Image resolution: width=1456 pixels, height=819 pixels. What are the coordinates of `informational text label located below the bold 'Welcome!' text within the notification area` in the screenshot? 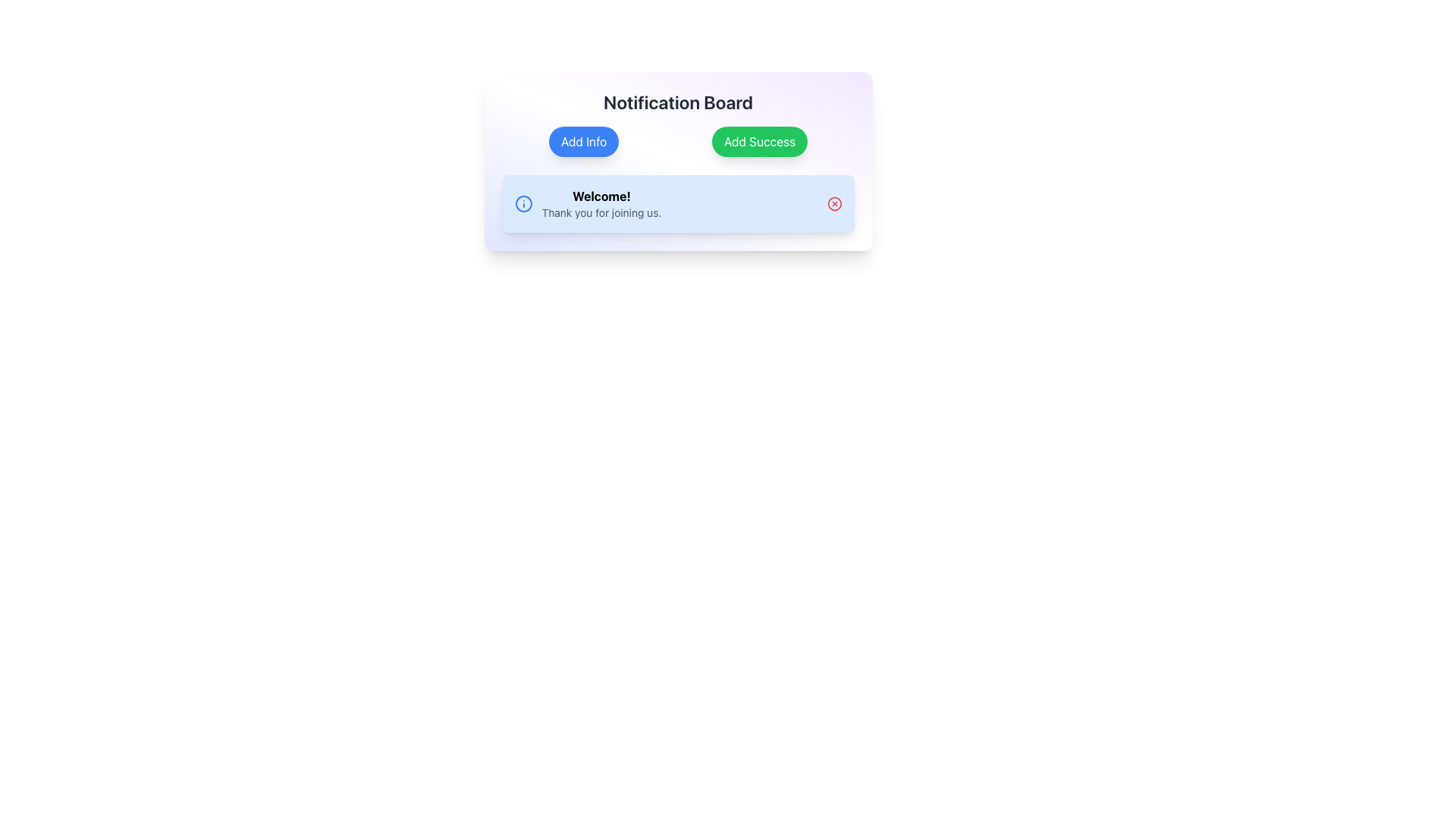 It's located at (601, 213).